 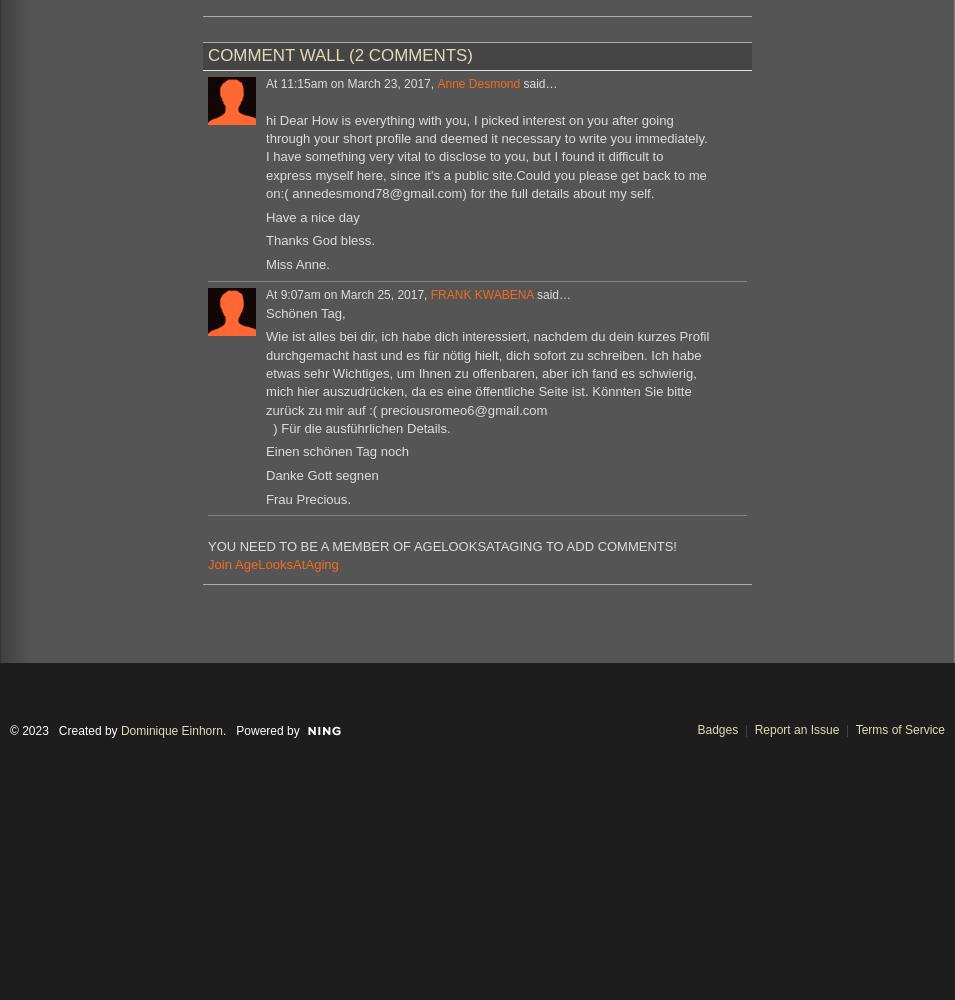 What do you see at coordinates (260, 729) in the screenshot?
I see `'.             
    Powered by'` at bounding box center [260, 729].